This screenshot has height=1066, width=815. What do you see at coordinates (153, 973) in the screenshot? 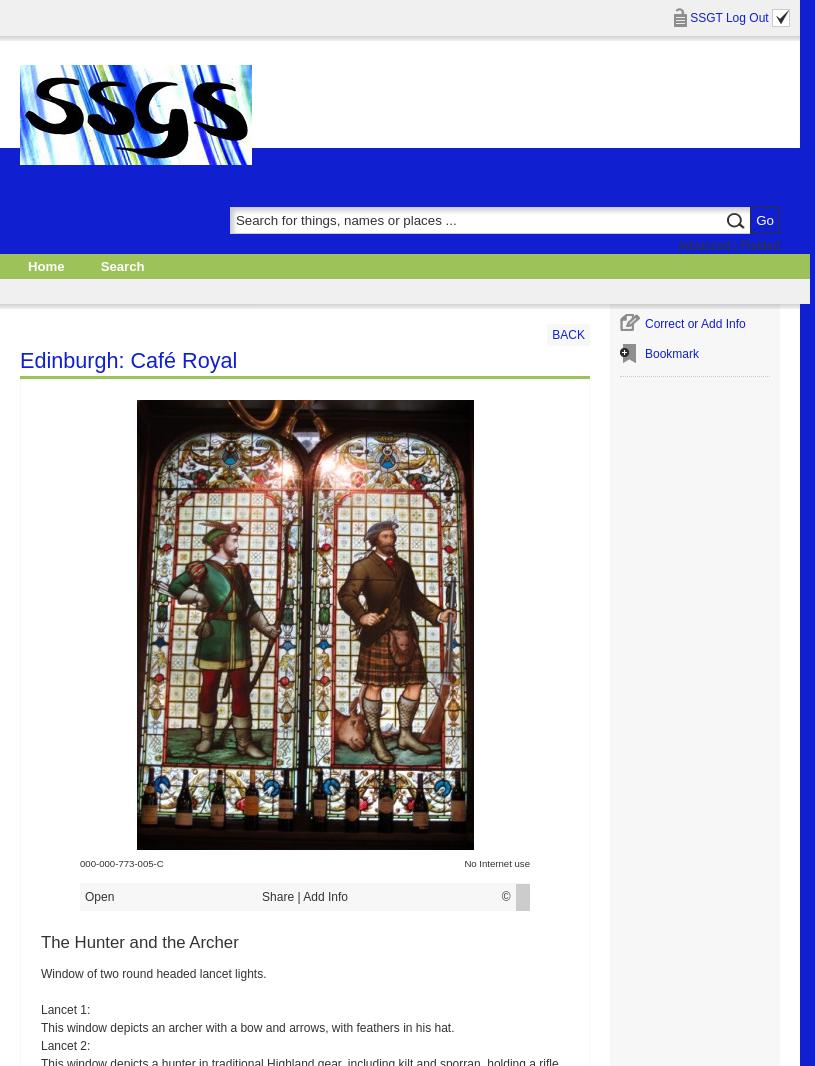
I see `'Window of  two round headed lancet lights.'` at bounding box center [153, 973].